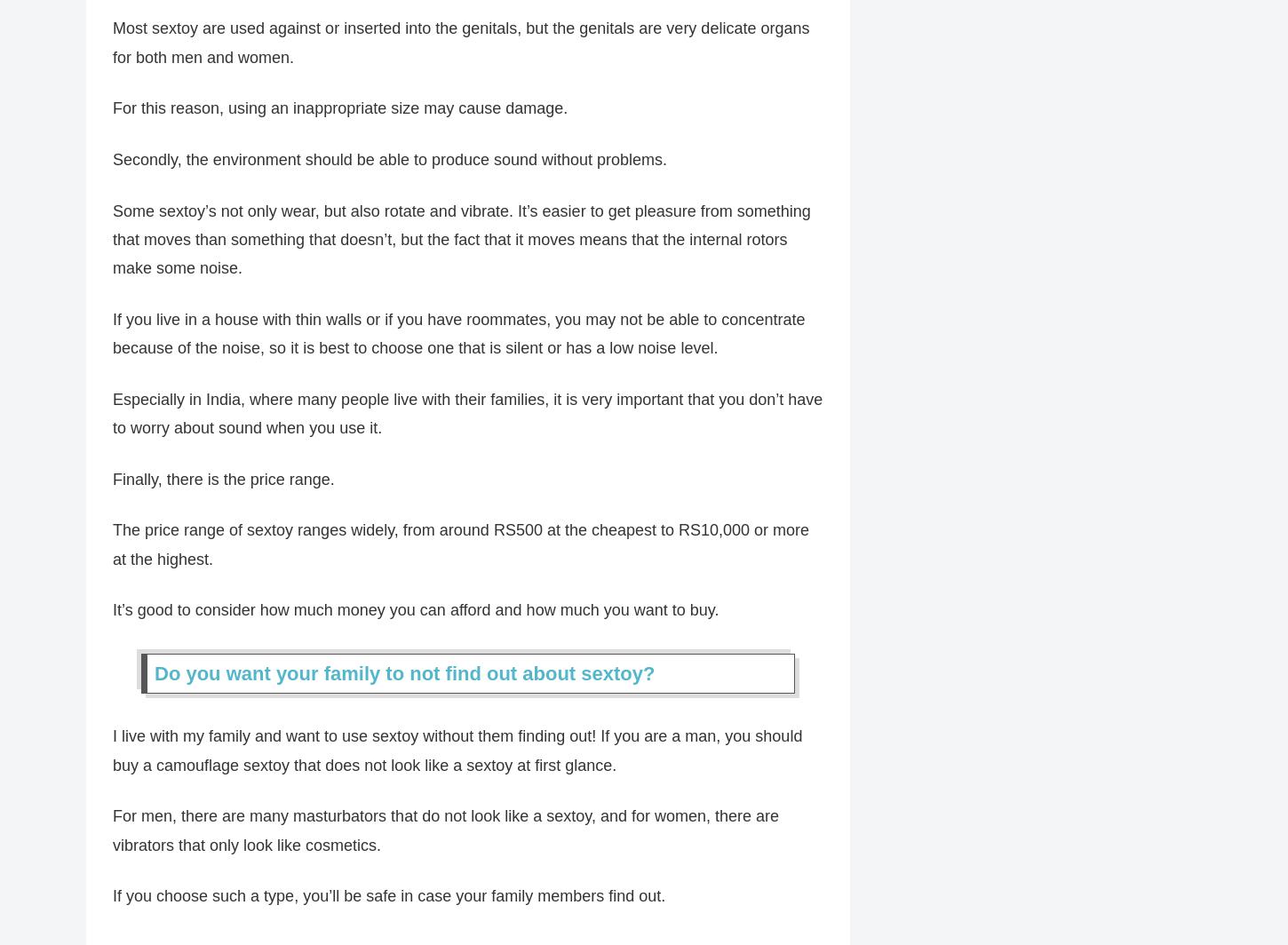 This screenshot has height=945, width=1288. Describe the element at coordinates (223, 489) in the screenshot. I see `'Finally, there is the price range.'` at that location.